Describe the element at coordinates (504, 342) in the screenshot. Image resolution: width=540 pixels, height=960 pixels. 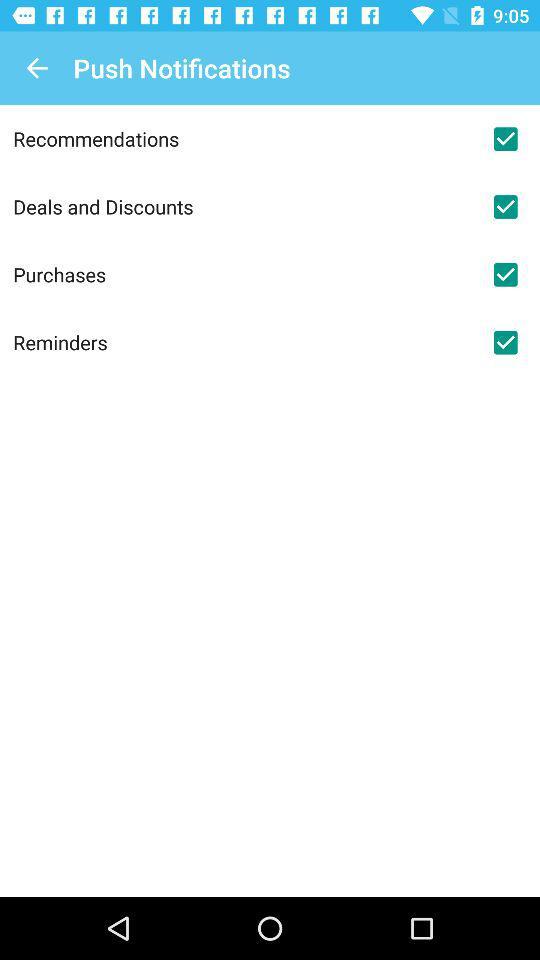
I see `option` at that location.